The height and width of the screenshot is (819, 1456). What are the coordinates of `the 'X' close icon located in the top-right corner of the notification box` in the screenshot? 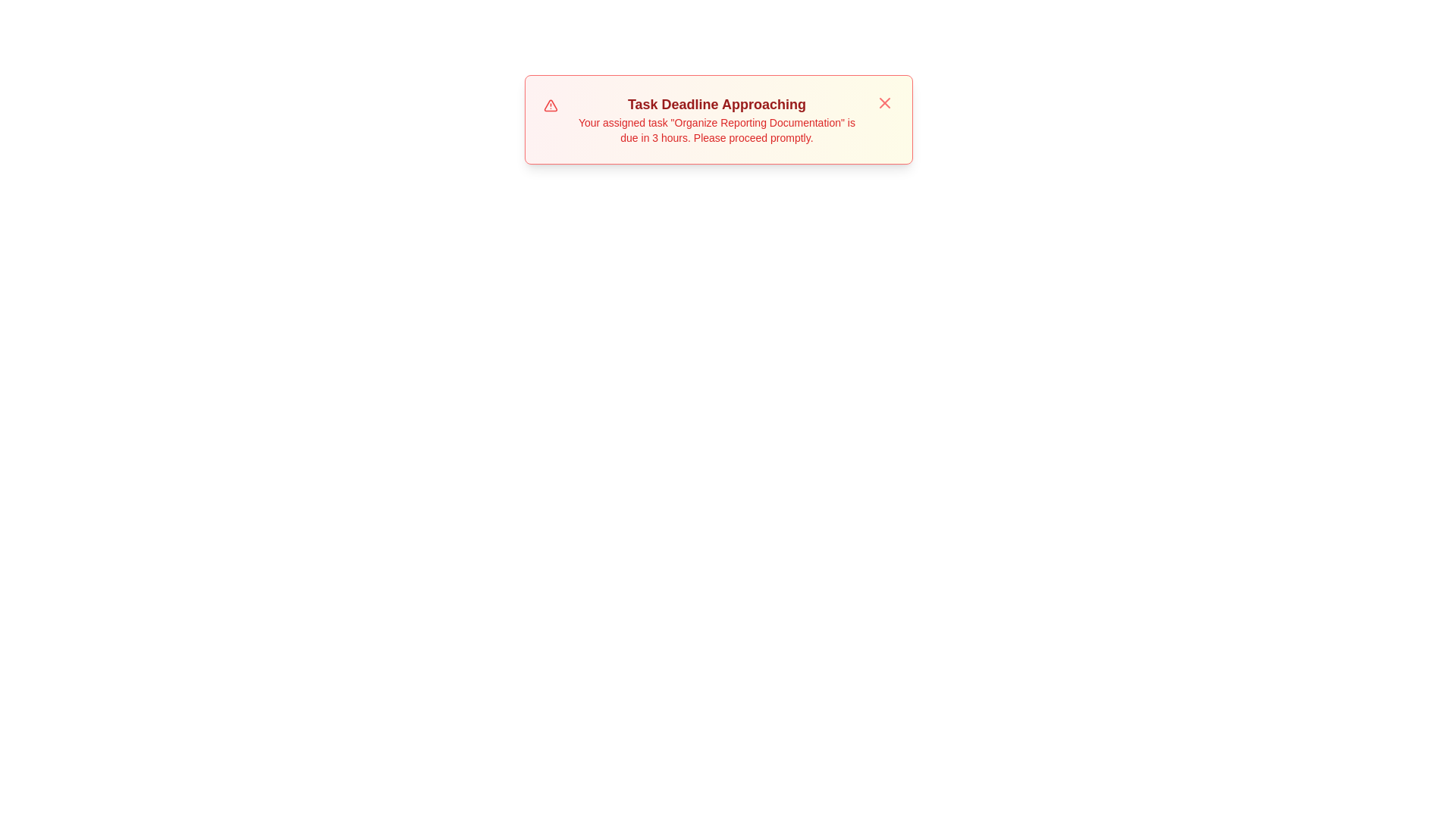 It's located at (884, 102).